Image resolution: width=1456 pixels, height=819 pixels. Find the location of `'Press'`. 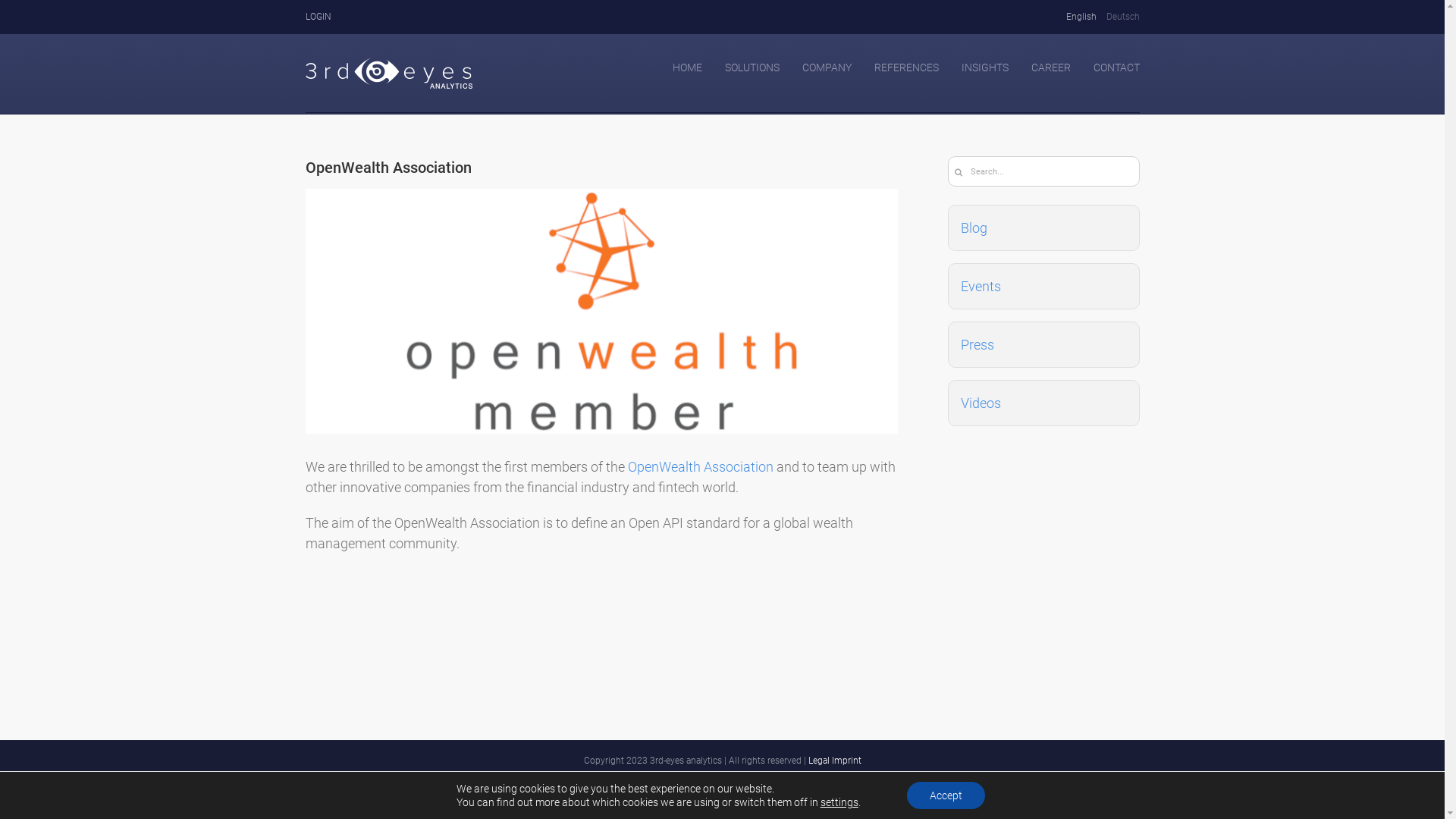

'Press' is located at coordinates (959, 344).